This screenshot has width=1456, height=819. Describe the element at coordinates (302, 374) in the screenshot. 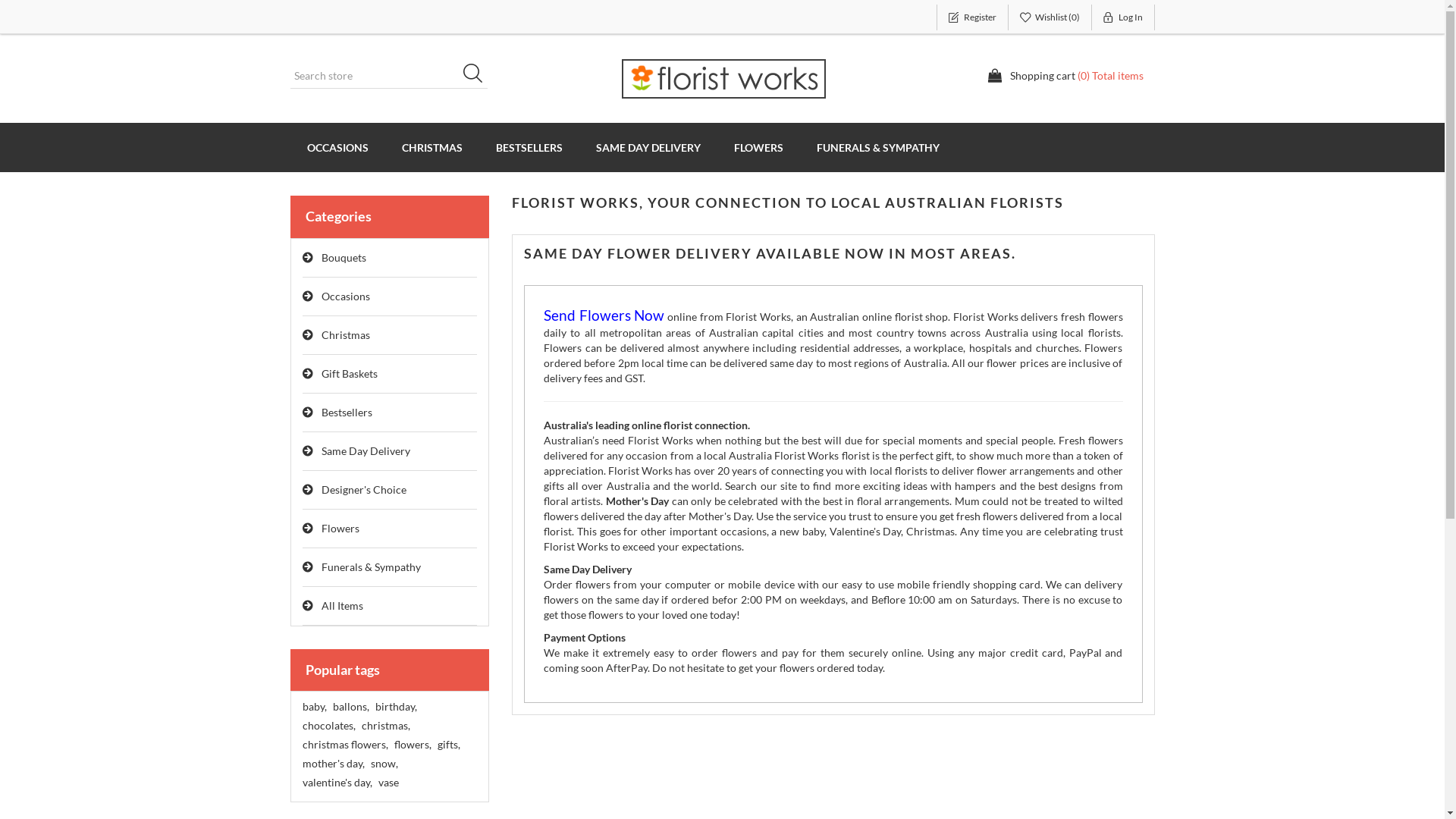

I see `'Gift Baskets'` at that location.